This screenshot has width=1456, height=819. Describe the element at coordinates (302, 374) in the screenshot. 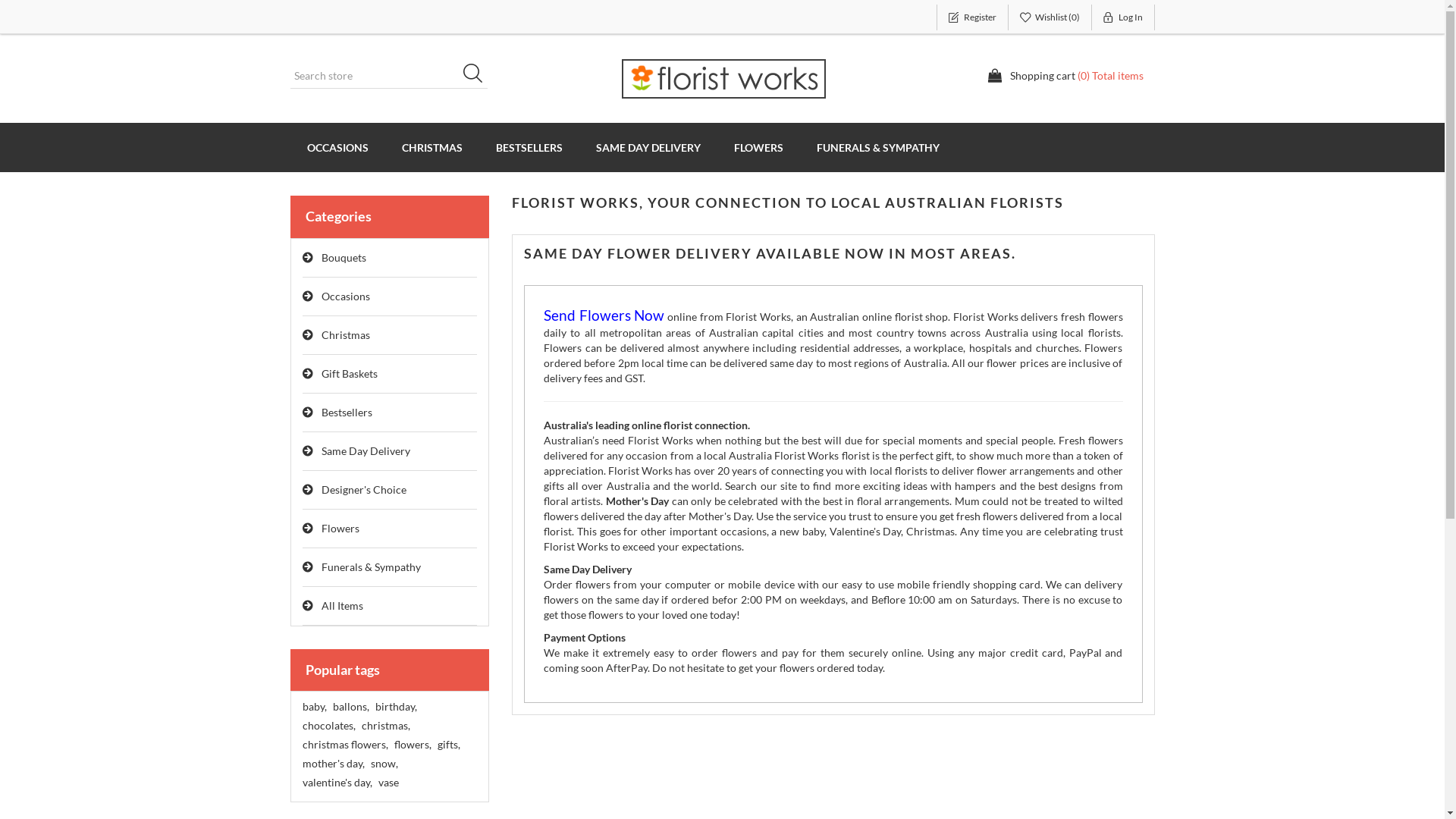

I see `'Gift Baskets'` at that location.